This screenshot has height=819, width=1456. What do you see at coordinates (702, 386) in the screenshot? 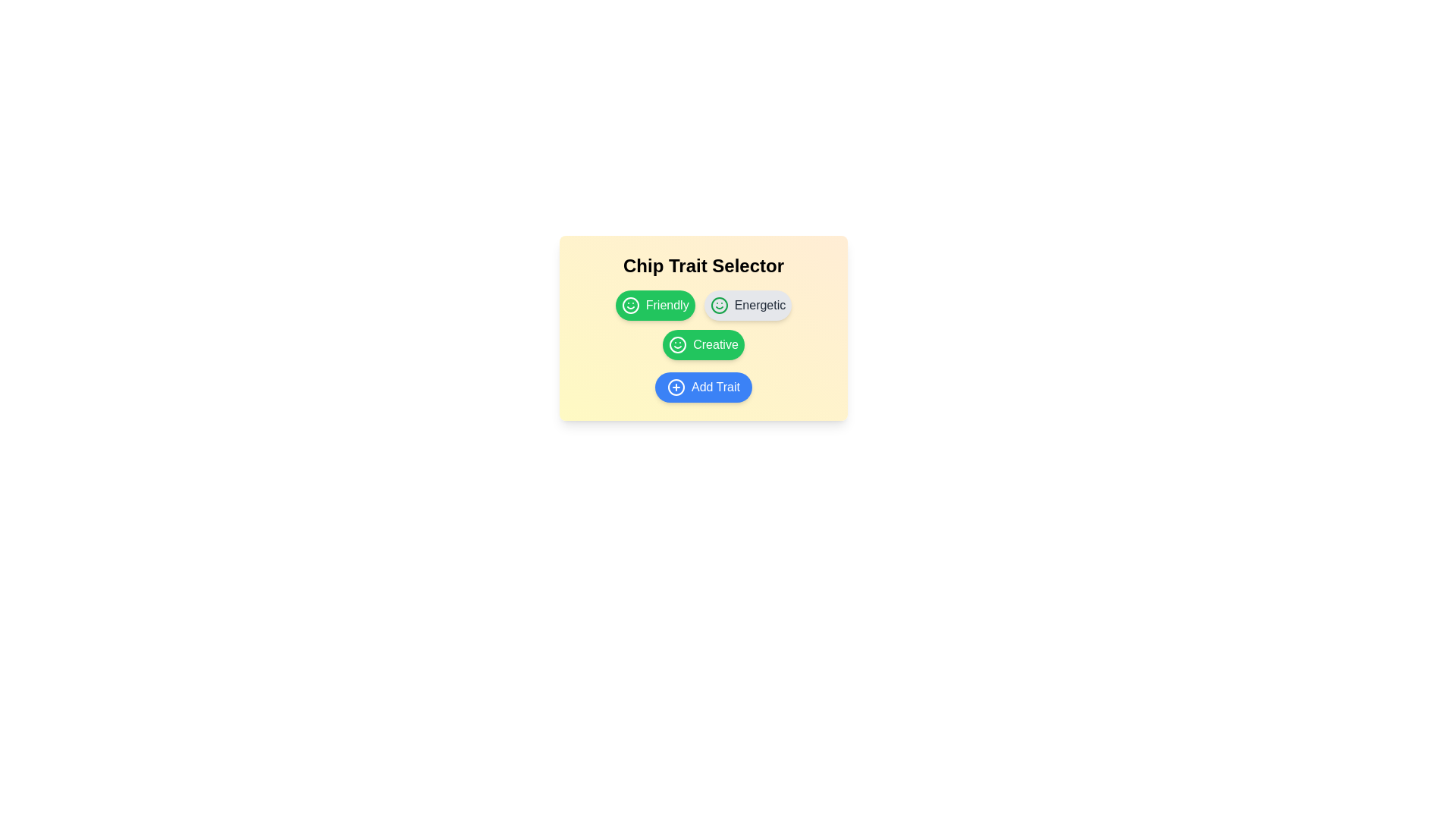
I see `'Add Trait' button to add a new chip` at bounding box center [702, 386].